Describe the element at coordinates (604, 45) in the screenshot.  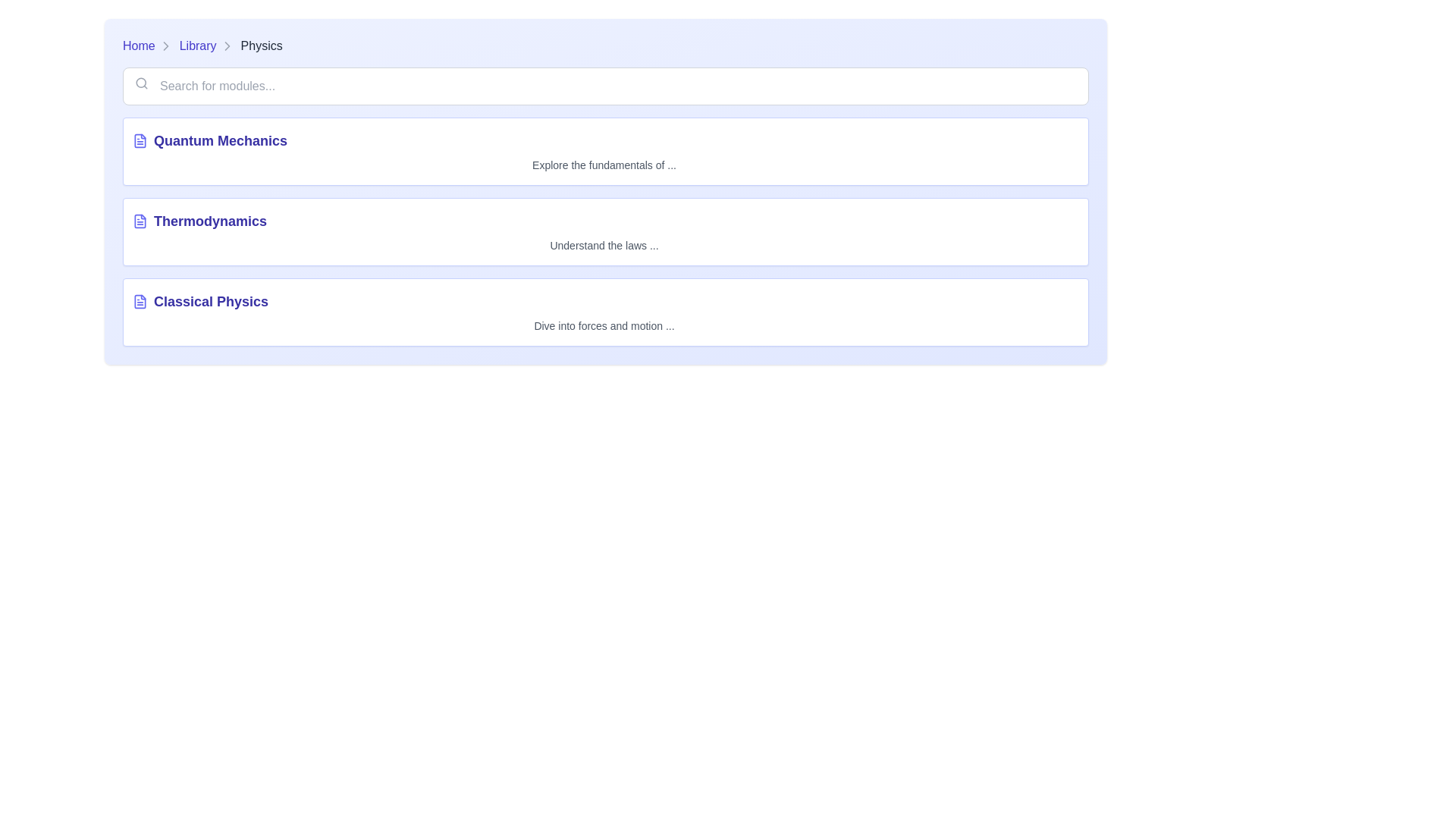
I see `the breadcrumb navigation component section link 'Home'` at that location.